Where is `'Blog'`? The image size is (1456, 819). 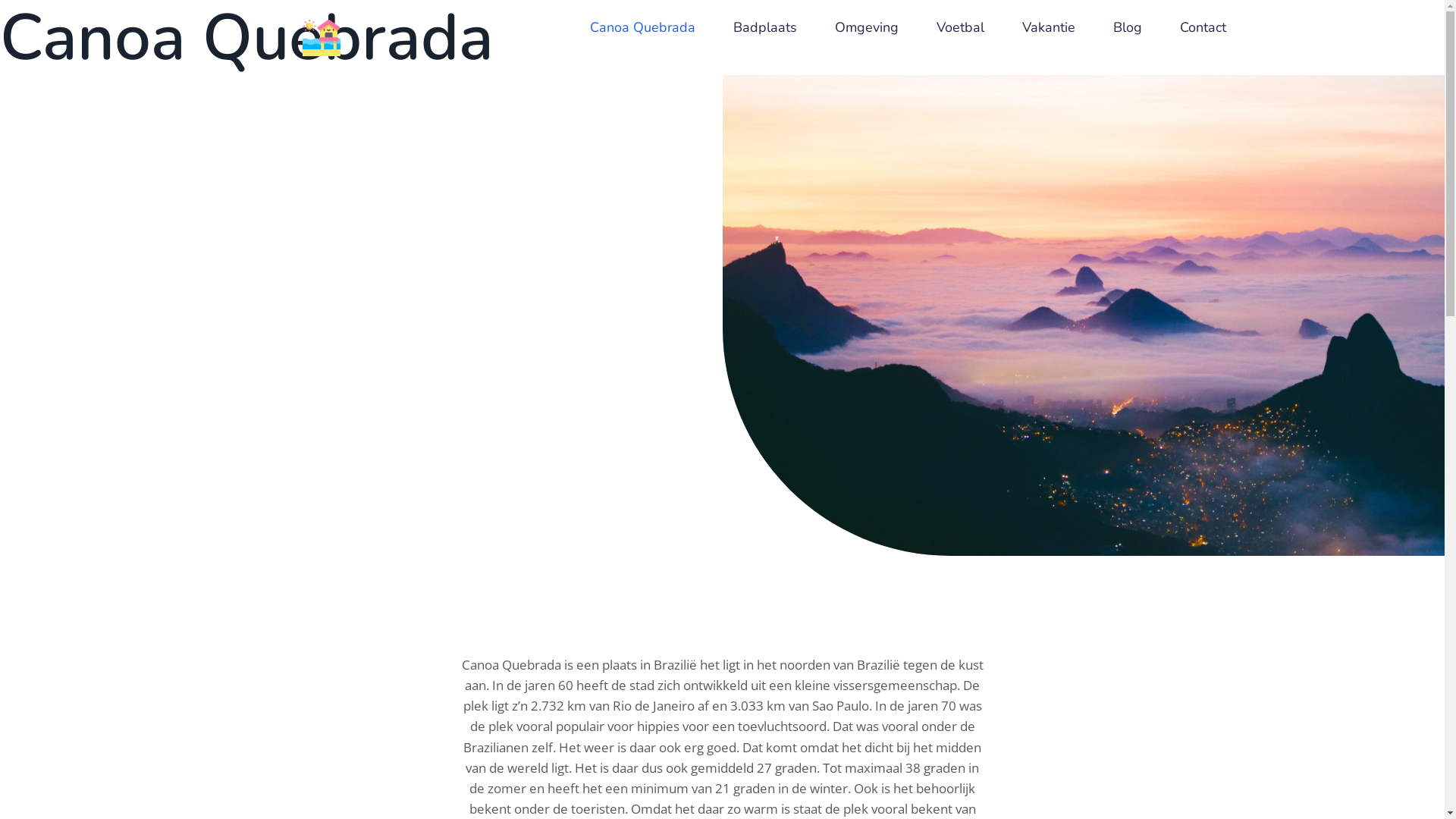
'Blog' is located at coordinates (1128, 27).